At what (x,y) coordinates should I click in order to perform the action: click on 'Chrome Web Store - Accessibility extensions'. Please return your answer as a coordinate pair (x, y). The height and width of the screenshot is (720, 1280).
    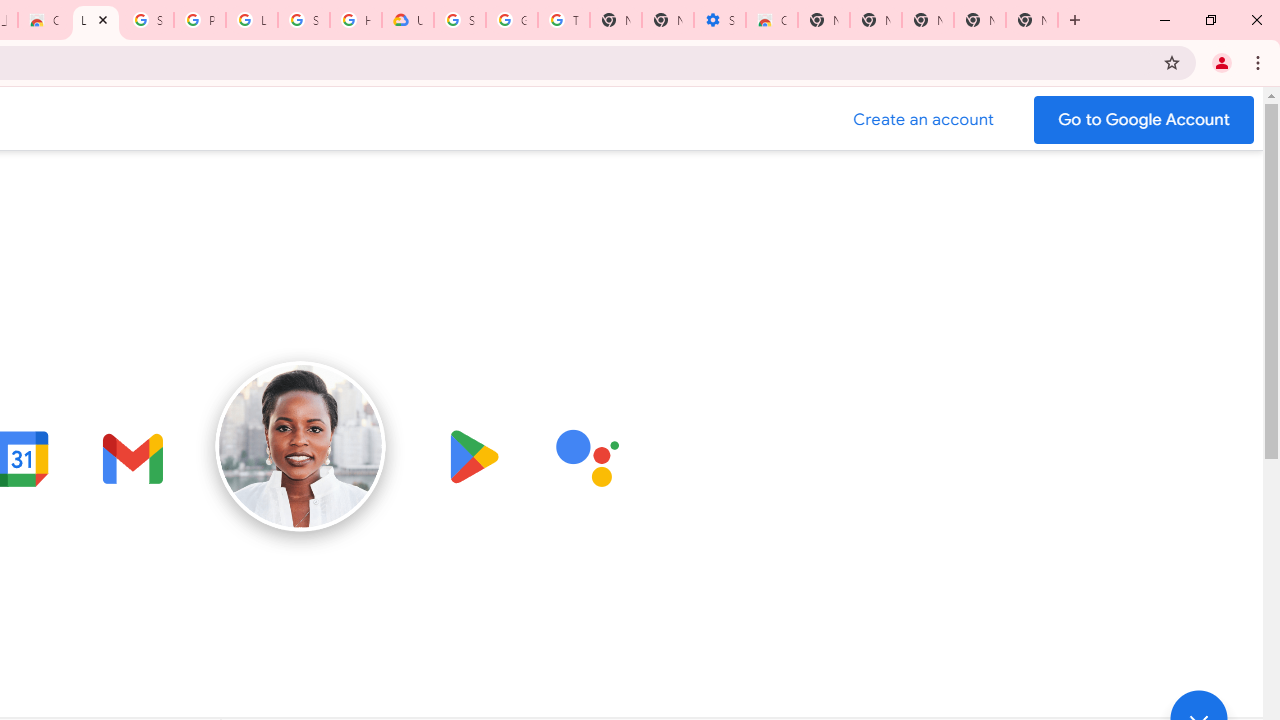
    Looking at the image, I should click on (770, 20).